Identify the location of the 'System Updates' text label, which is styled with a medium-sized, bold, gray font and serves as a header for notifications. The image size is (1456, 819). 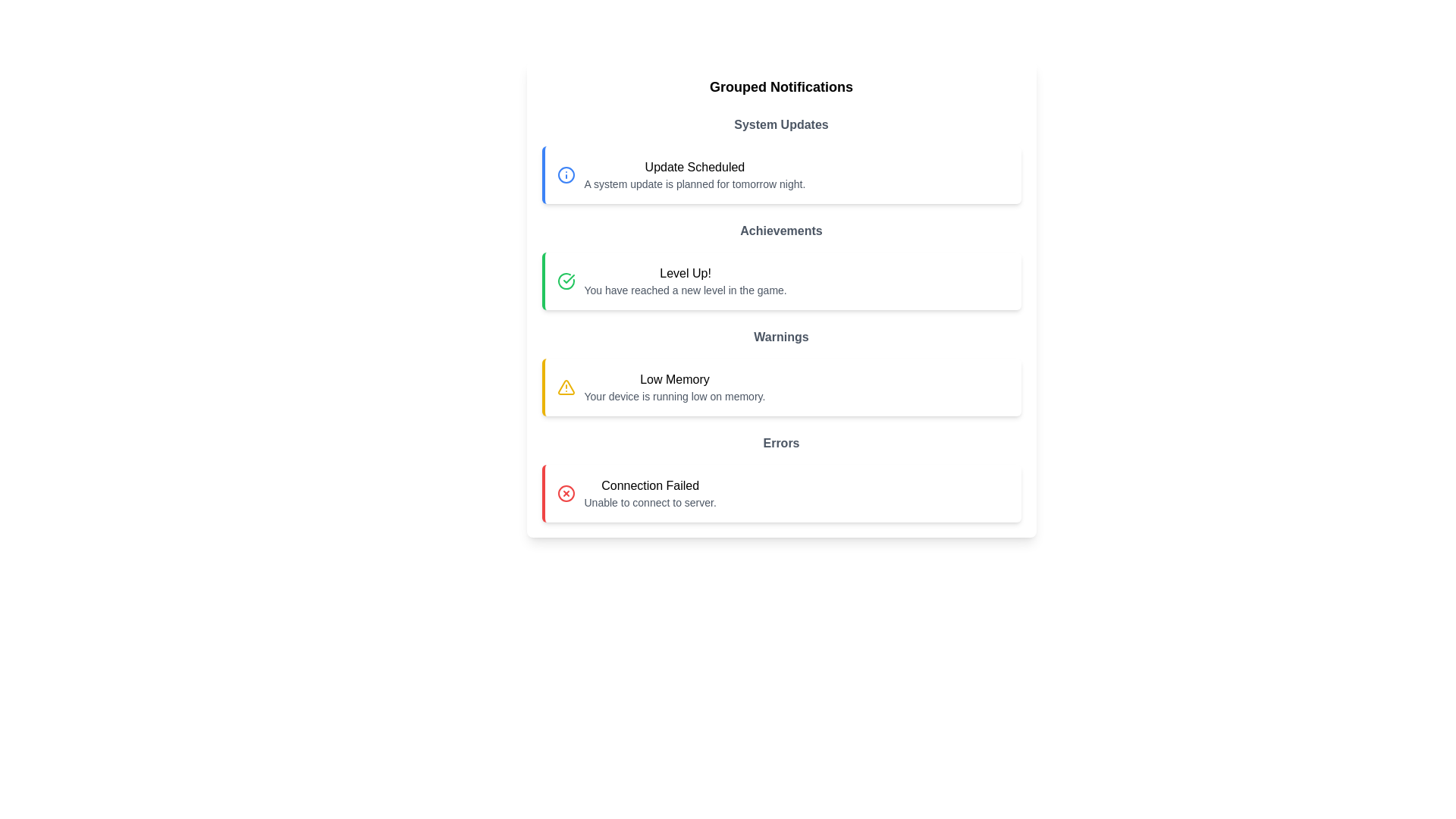
(781, 124).